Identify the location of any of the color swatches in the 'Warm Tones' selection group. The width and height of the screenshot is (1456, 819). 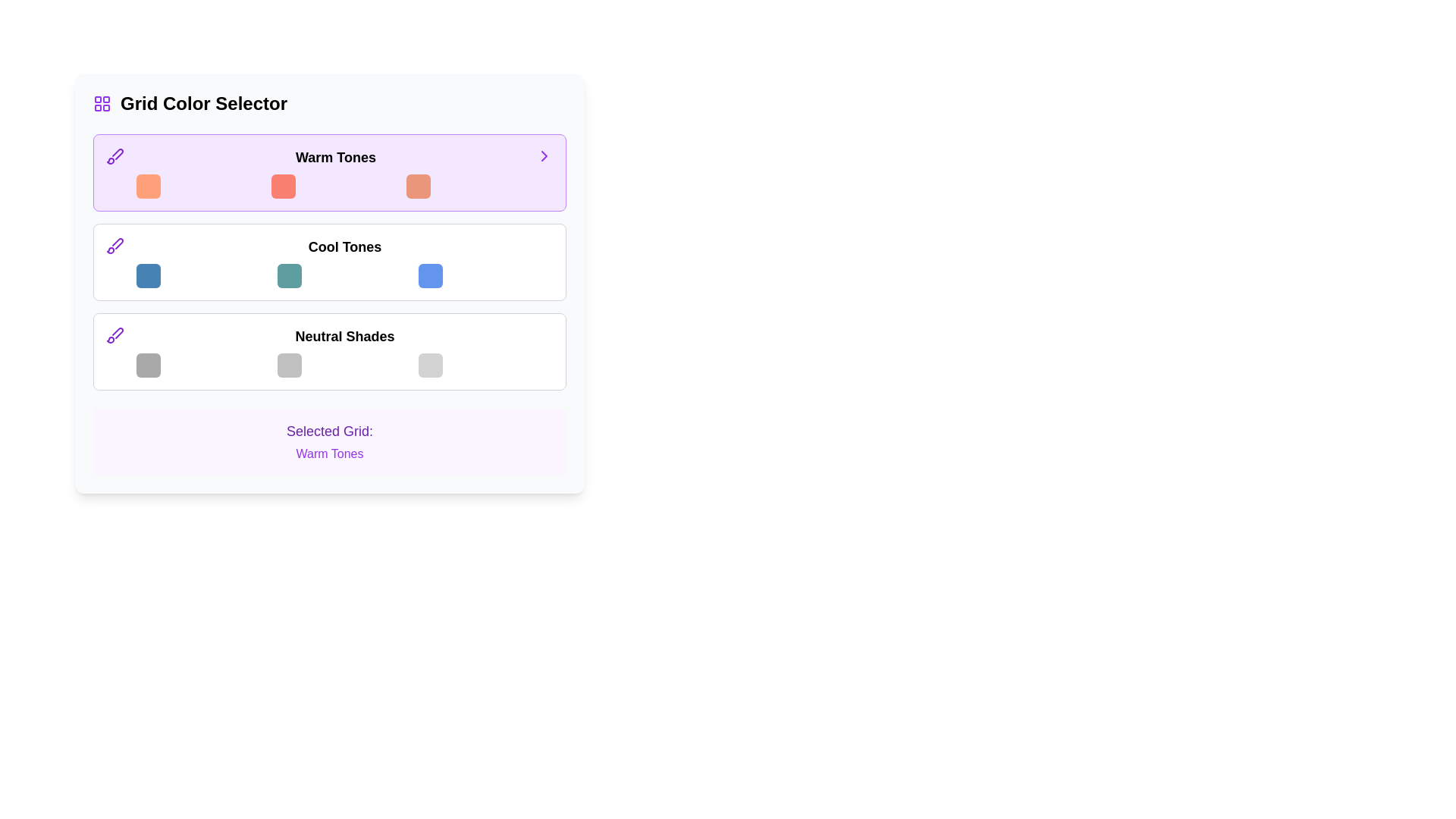
(334, 171).